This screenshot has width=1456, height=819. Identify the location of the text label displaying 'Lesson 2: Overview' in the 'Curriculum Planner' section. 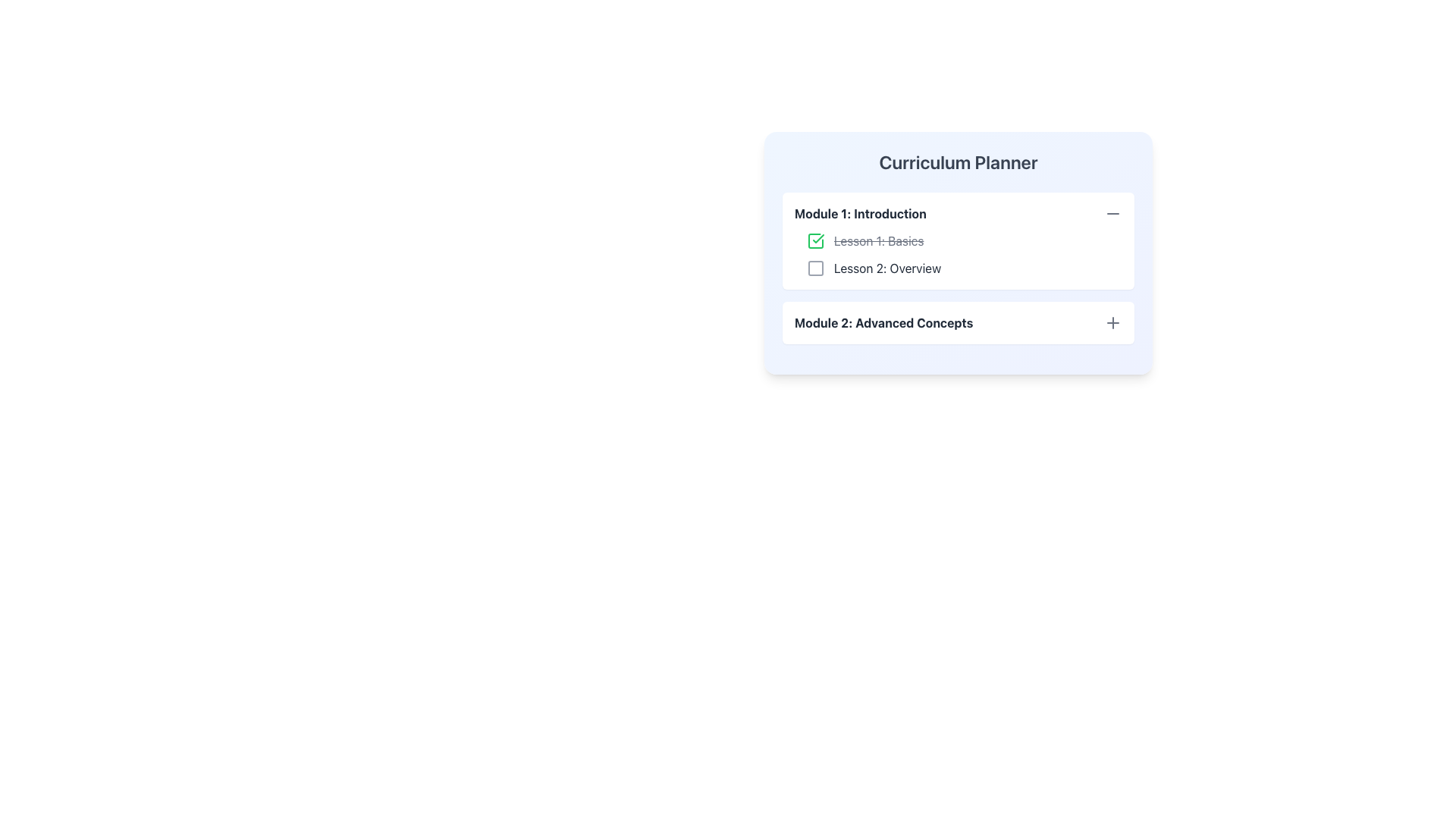
(887, 268).